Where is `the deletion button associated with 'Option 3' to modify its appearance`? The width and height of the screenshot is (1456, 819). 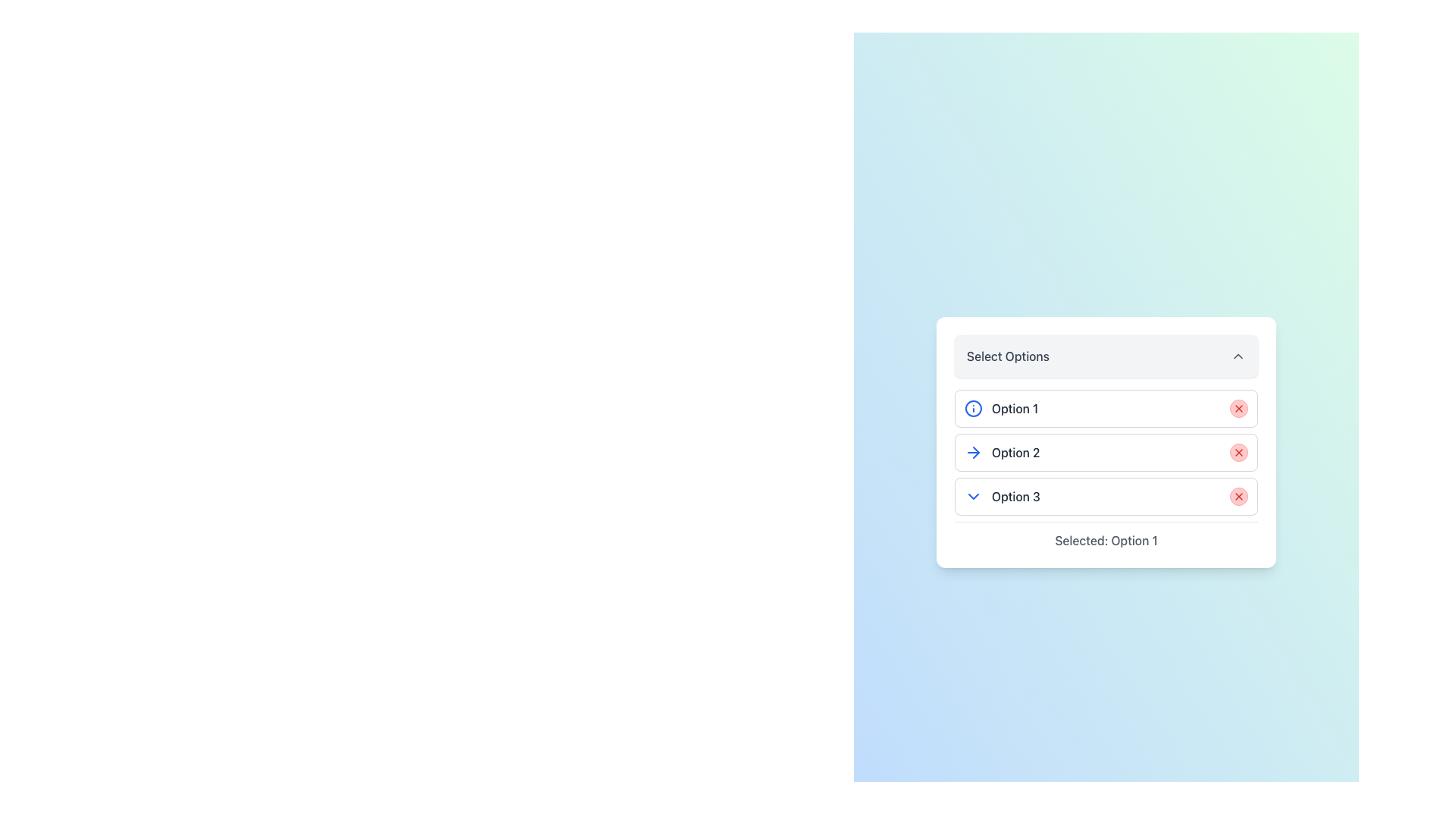 the deletion button associated with 'Option 3' to modify its appearance is located at coordinates (1238, 496).